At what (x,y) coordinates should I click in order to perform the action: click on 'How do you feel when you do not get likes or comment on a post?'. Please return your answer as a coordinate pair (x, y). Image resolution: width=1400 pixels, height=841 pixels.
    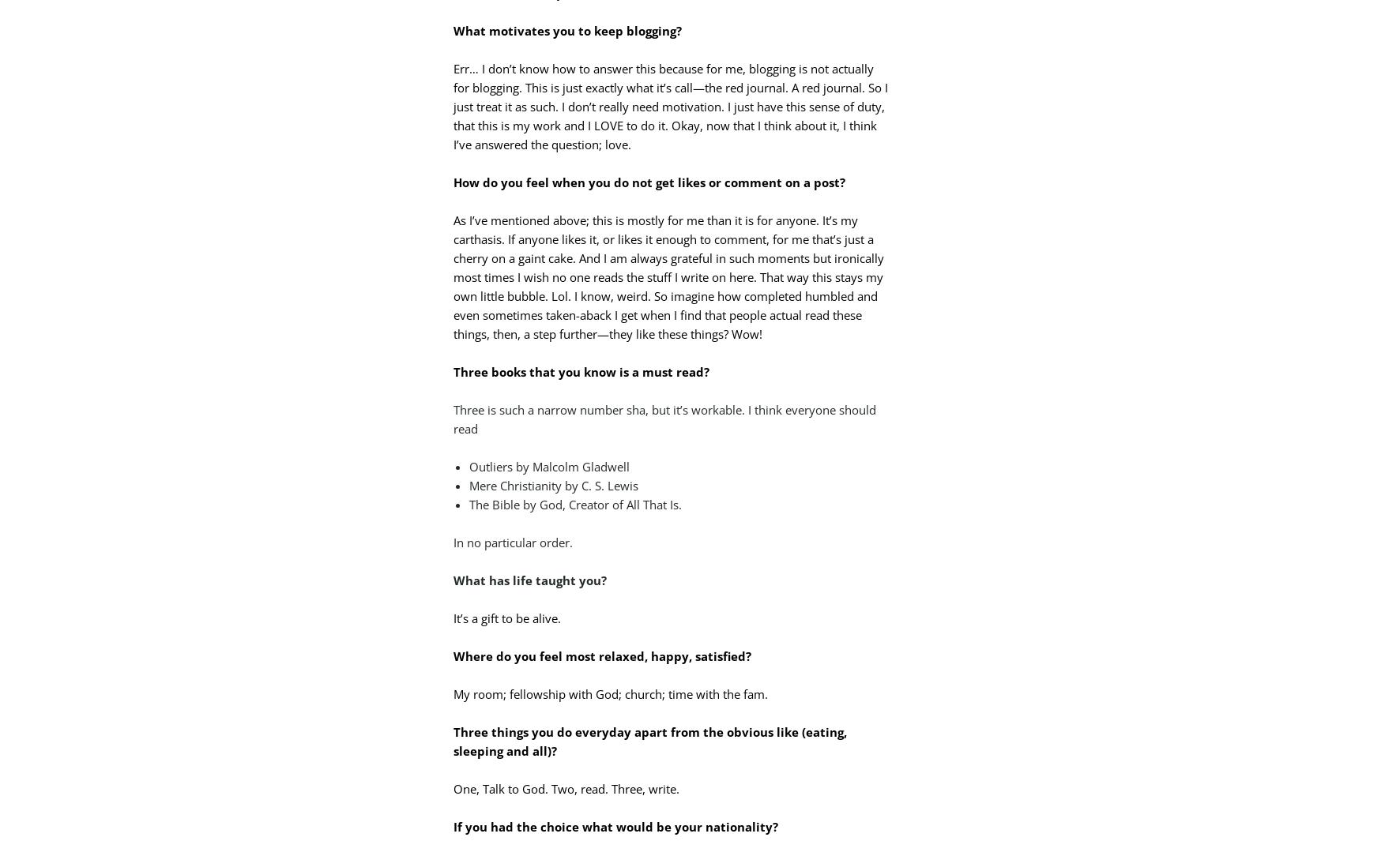
    Looking at the image, I should click on (649, 181).